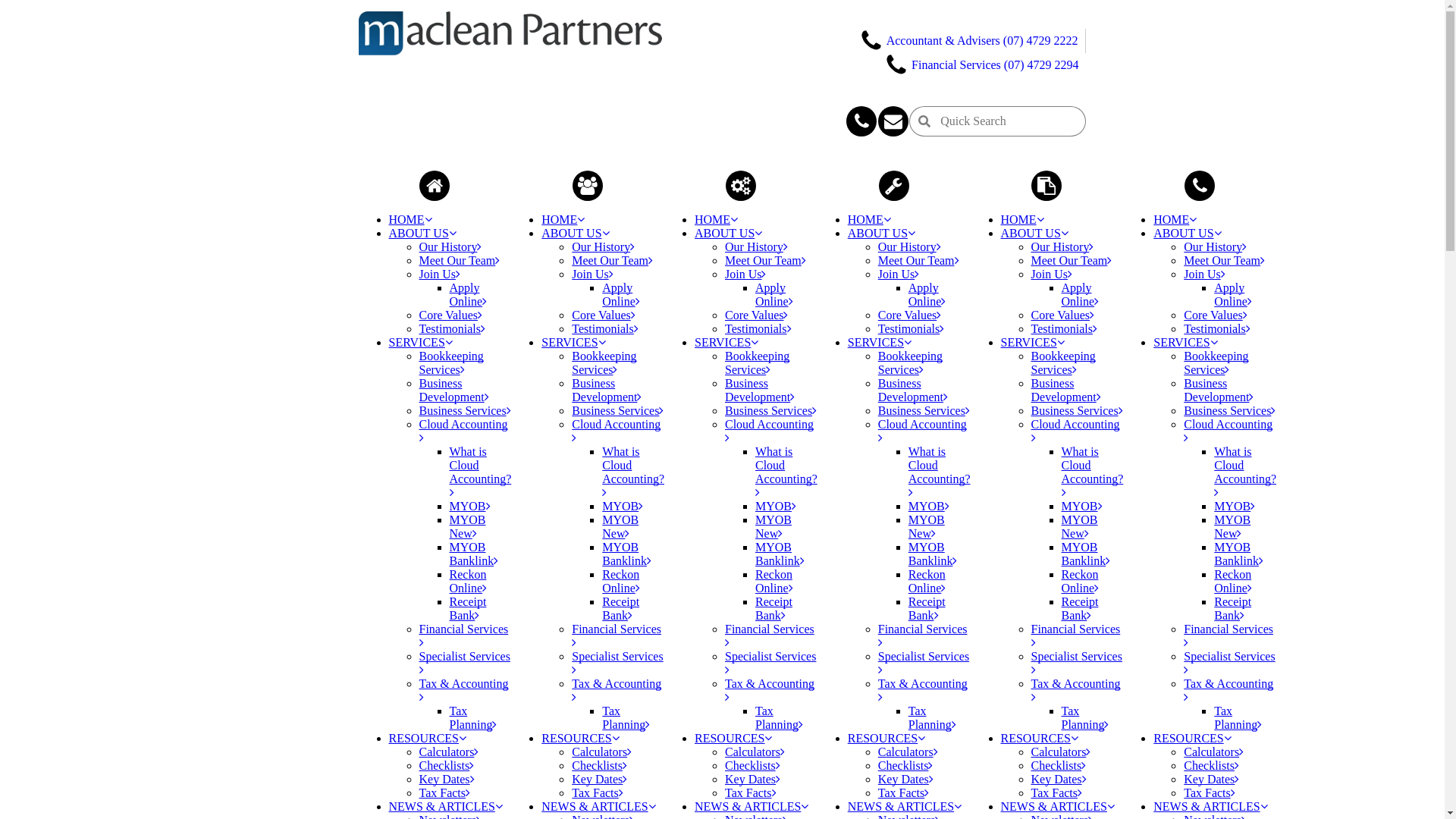 The height and width of the screenshot is (819, 1456). Describe the element at coordinates (755, 506) in the screenshot. I see `'MYOB'` at that location.